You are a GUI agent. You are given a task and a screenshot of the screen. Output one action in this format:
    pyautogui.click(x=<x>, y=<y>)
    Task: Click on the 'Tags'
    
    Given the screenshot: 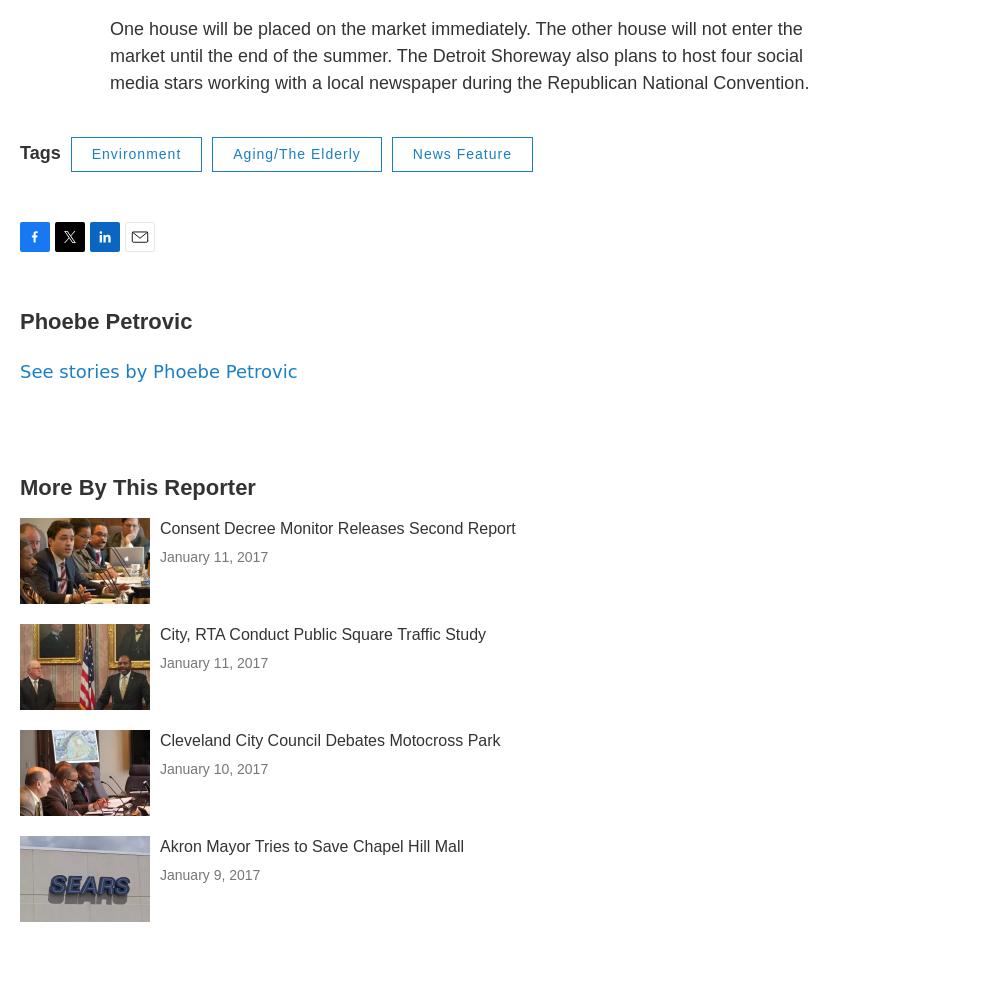 What is the action you would take?
    pyautogui.click(x=40, y=151)
    